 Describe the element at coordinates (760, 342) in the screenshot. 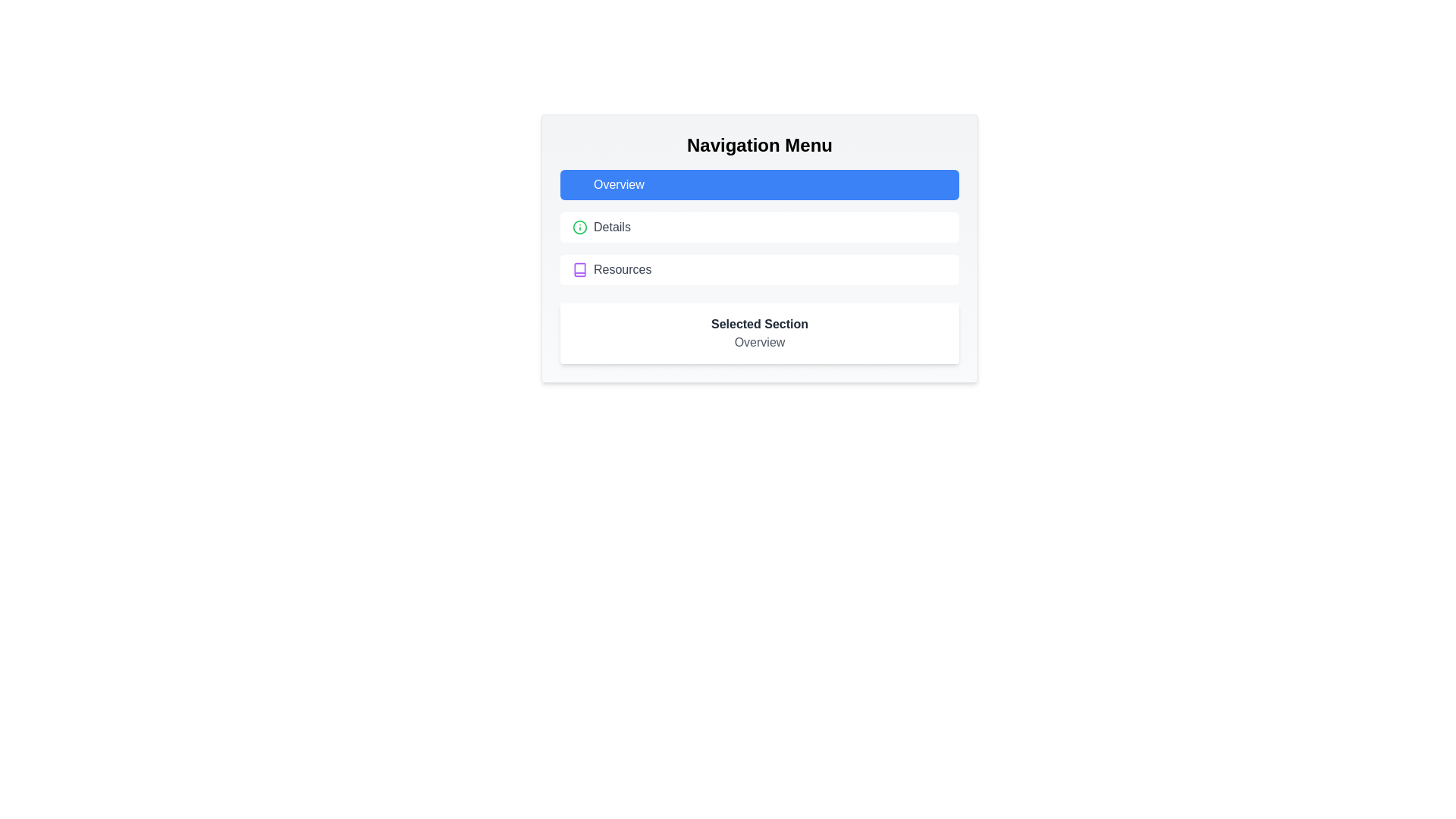

I see `the text label that describes the current selected section, located within a white, rounded-corner card near the bottom of the central navigation menu area` at that location.